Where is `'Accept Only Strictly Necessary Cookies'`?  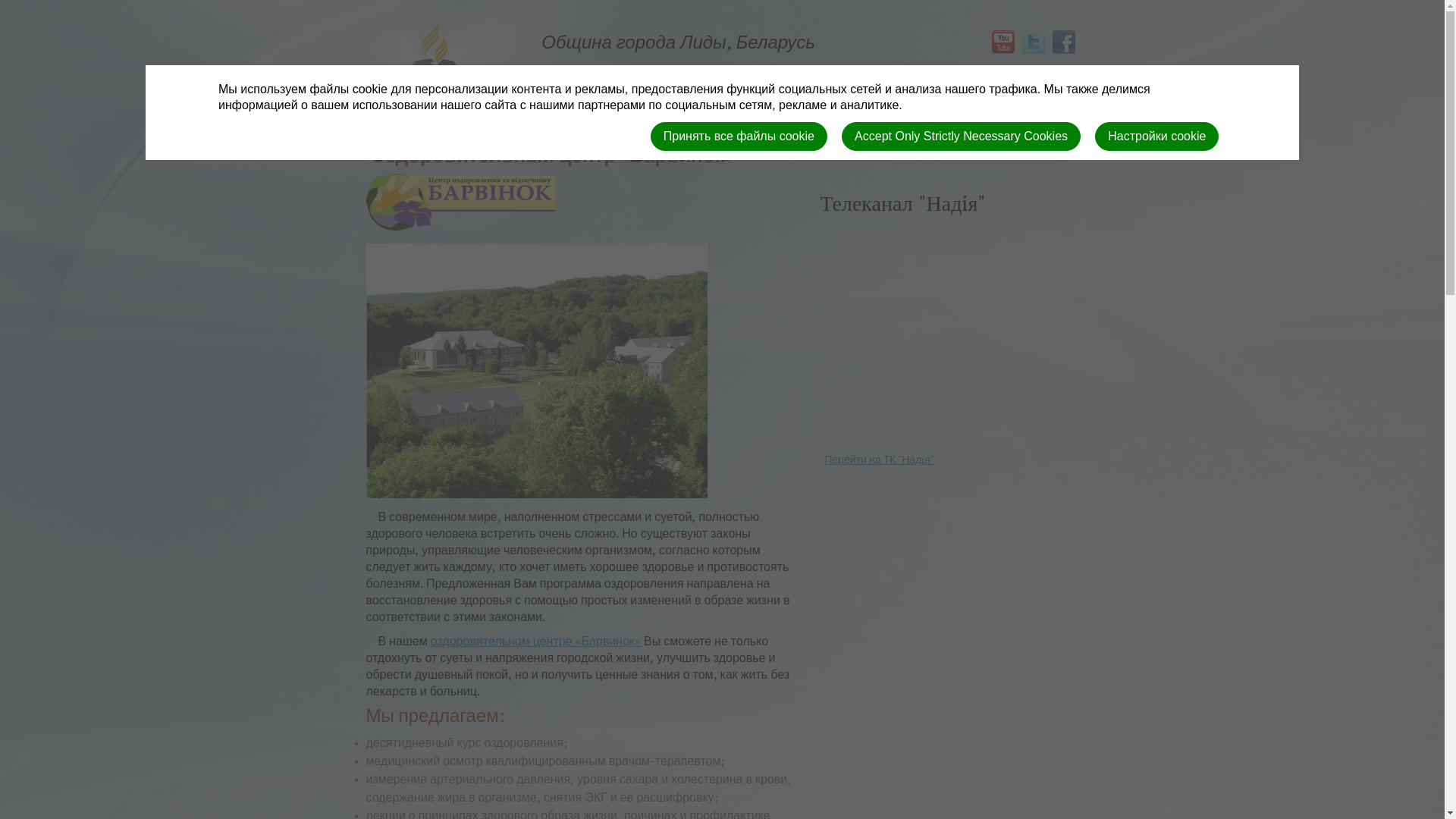 'Accept Only Strictly Necessary Cookies' is located at coordinates (840, 135).